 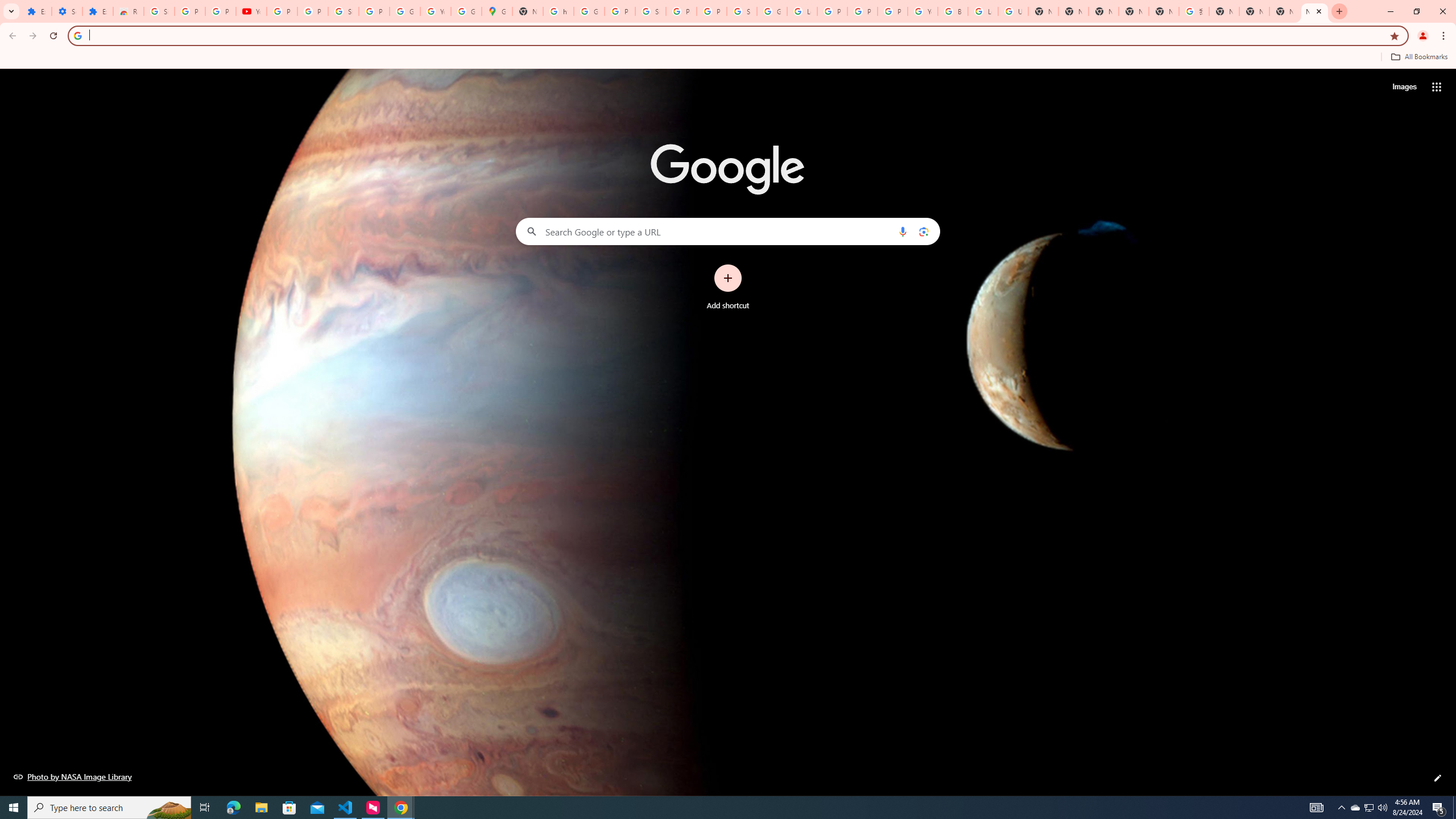 I want to click on 'Search Google or type a URL', so click(x=728, y=230).